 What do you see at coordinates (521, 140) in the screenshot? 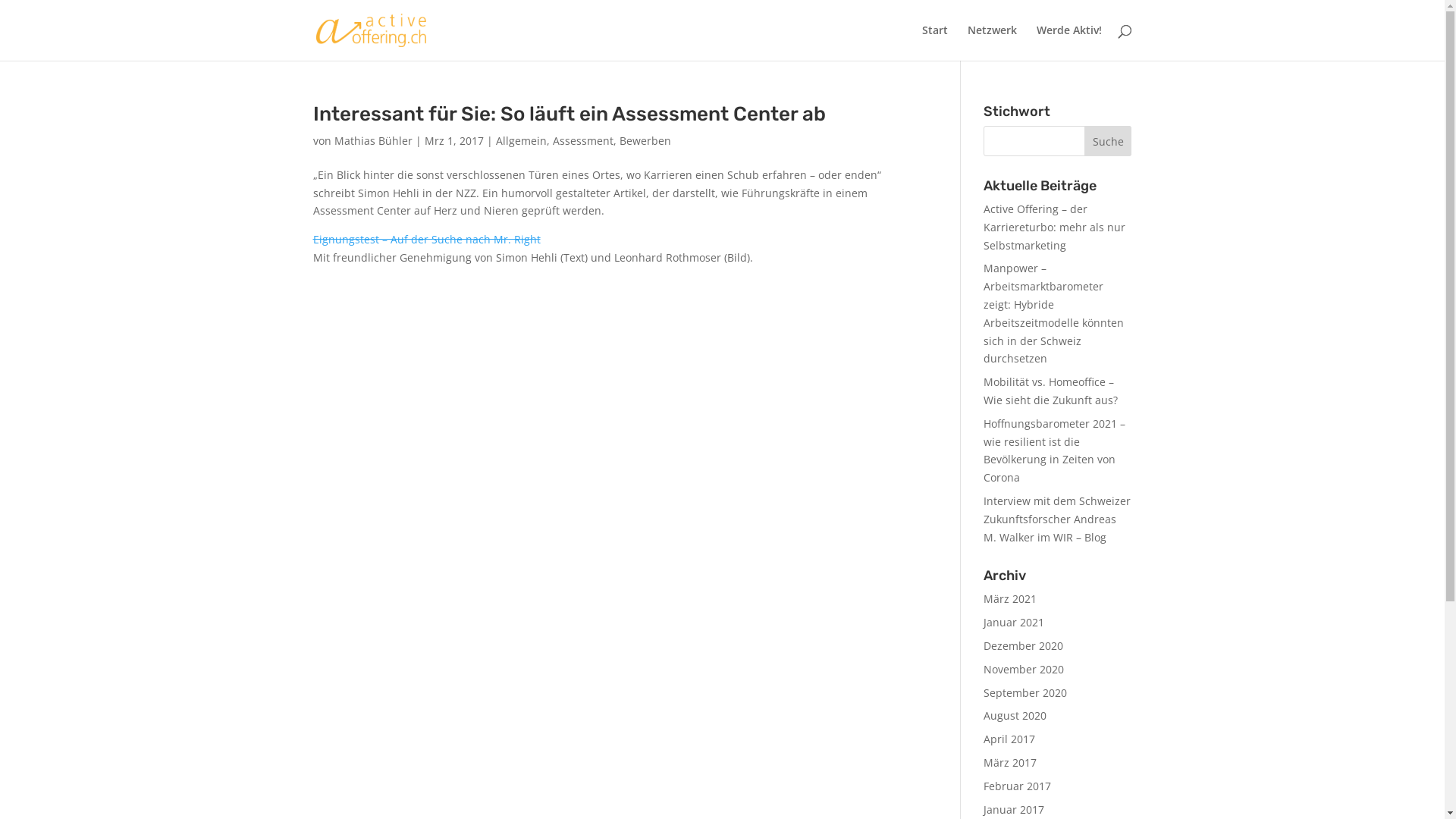
I see `'Allgemein'` at bounding box center [521, 140].